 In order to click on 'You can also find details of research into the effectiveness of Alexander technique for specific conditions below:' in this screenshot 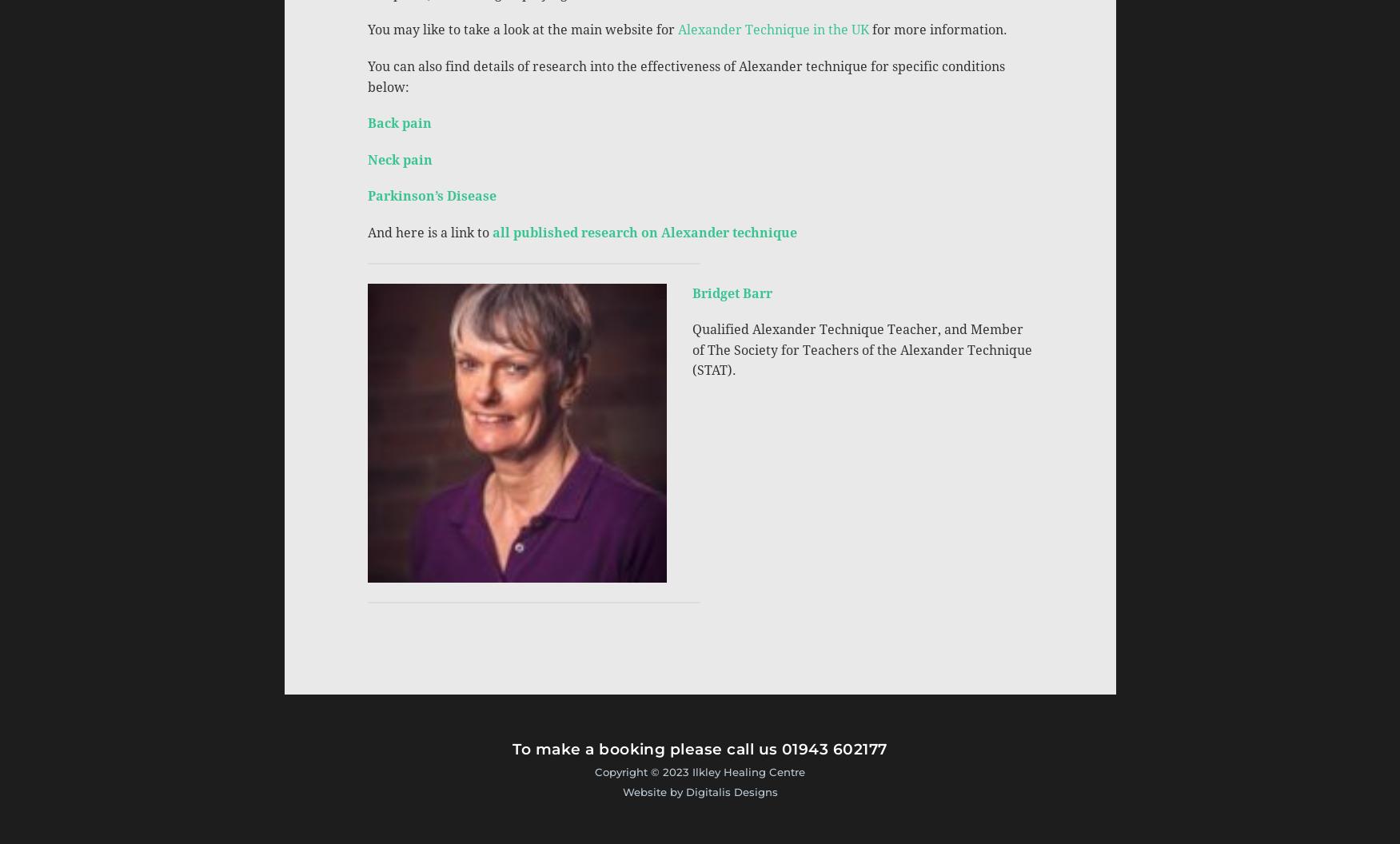, I will do `click(685, 75)`.